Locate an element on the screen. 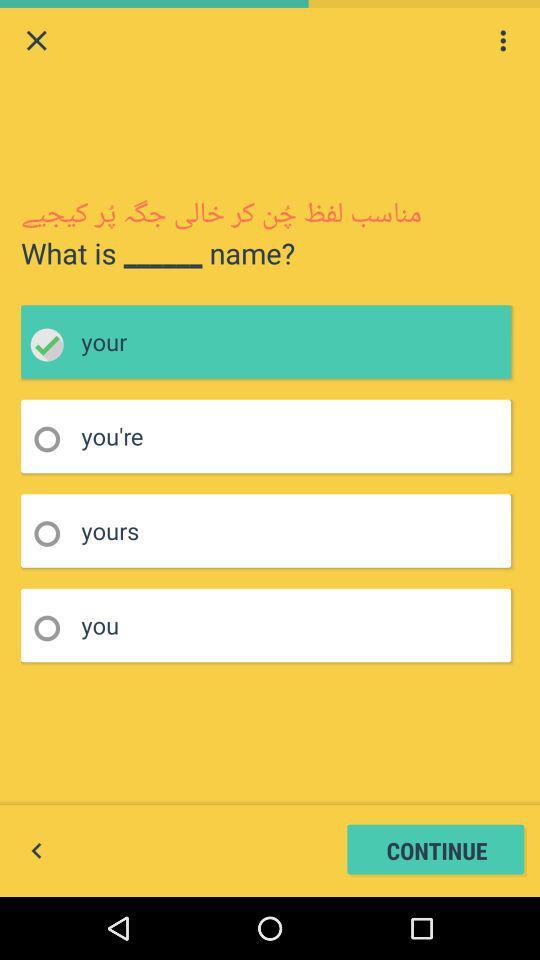  show options is located at coordinates (502, 39).